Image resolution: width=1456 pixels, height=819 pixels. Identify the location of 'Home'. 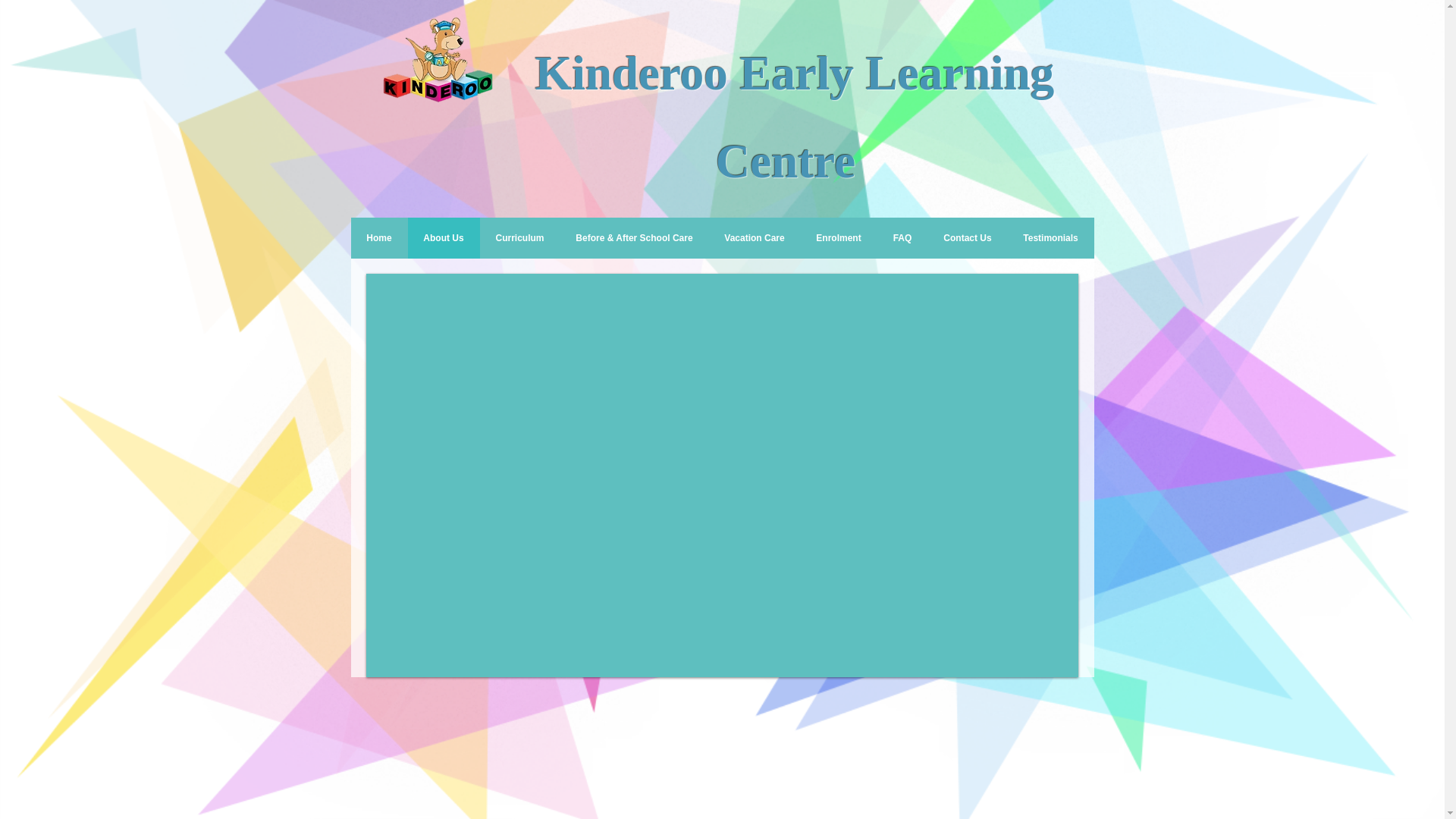
(349, 237).